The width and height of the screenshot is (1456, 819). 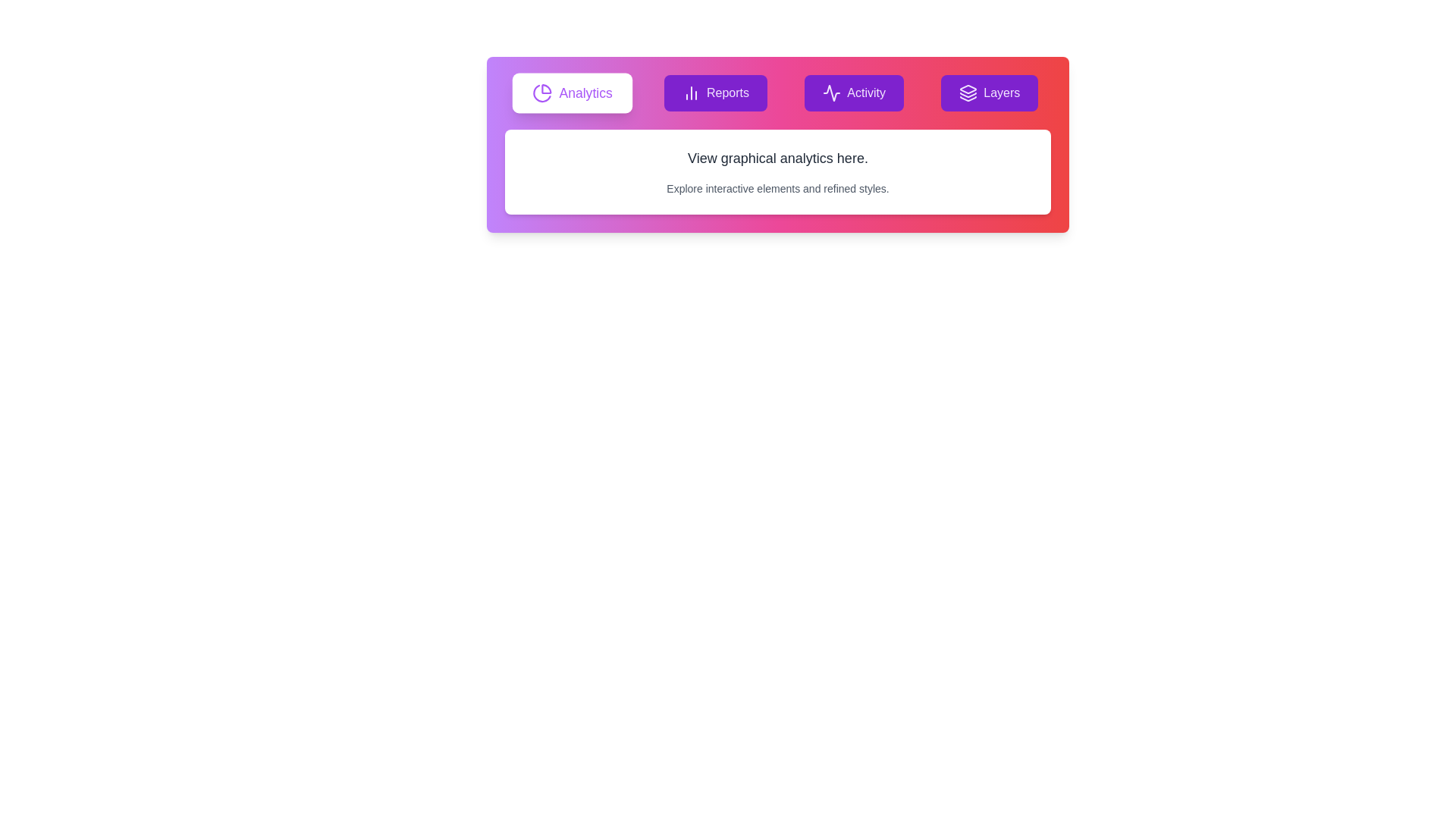 What do you see at coordinates (571, 93) in the screenshot?
I see `the tab labeled Analytics` at bounding box center [571, 93].